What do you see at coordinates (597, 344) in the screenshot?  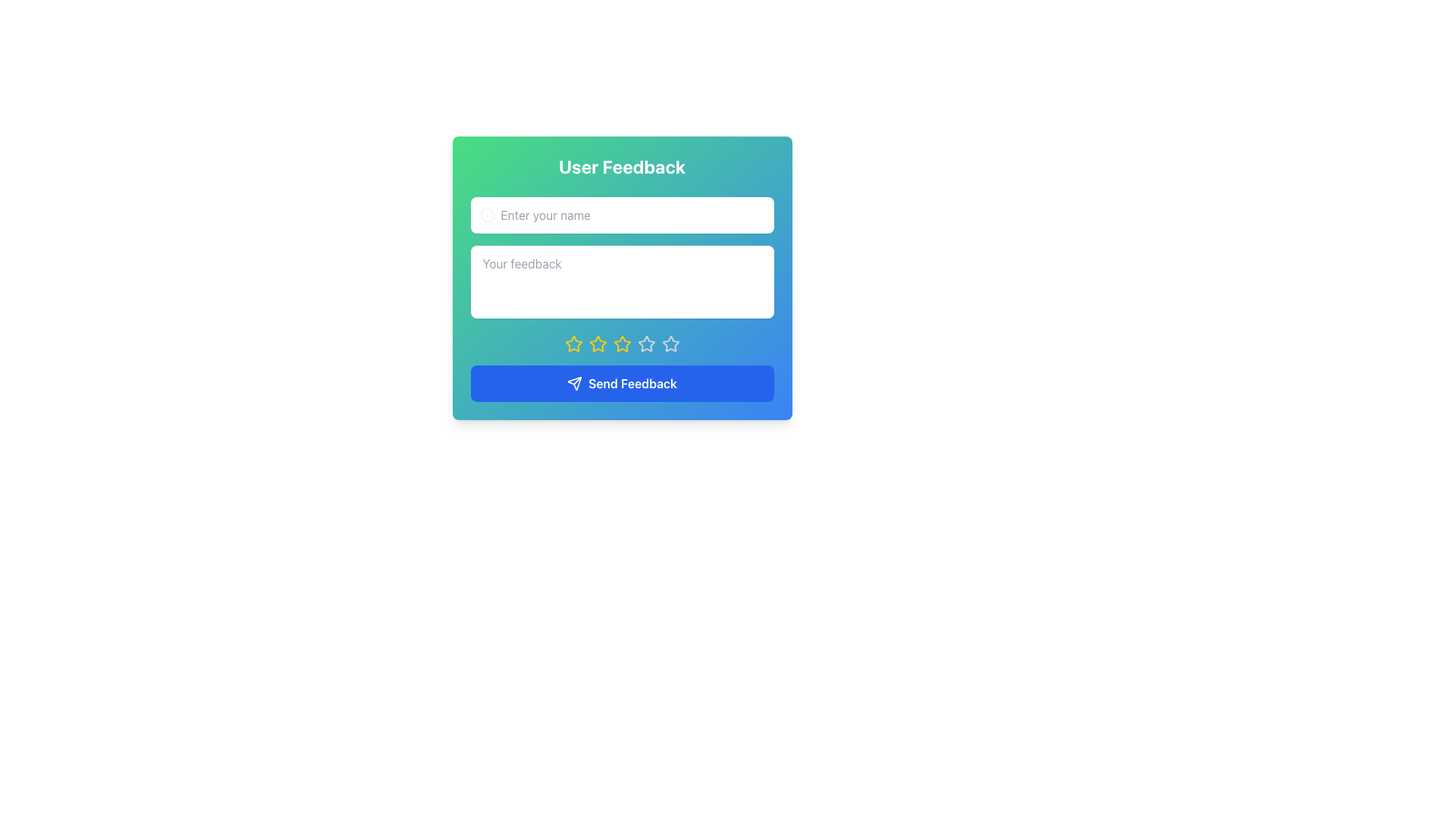 I see `the third yellow rating star icon to set a rating of 3 in the feedback form` at bounding box center [597, 344].